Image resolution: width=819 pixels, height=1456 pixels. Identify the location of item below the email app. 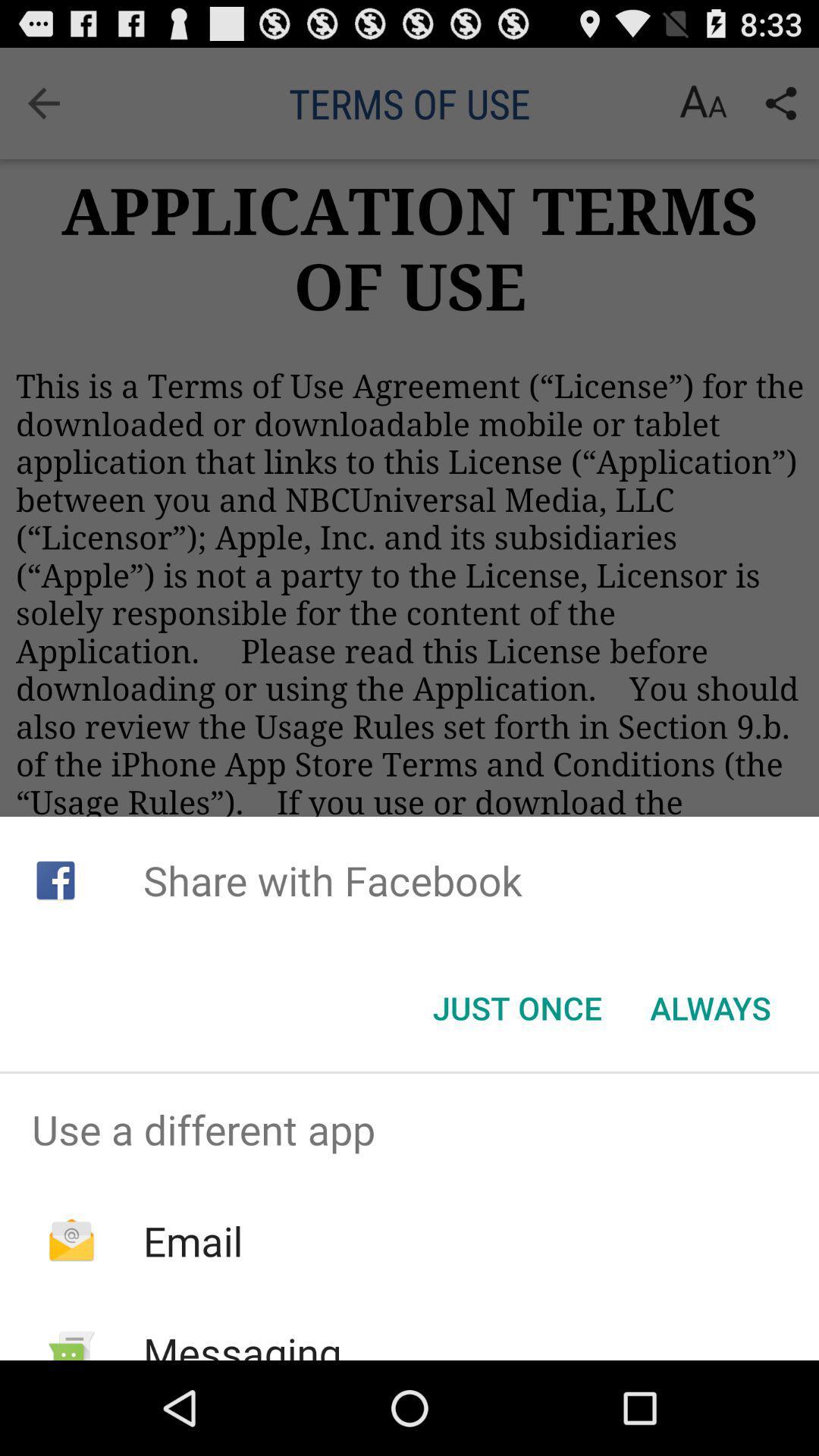
(241, 1342).